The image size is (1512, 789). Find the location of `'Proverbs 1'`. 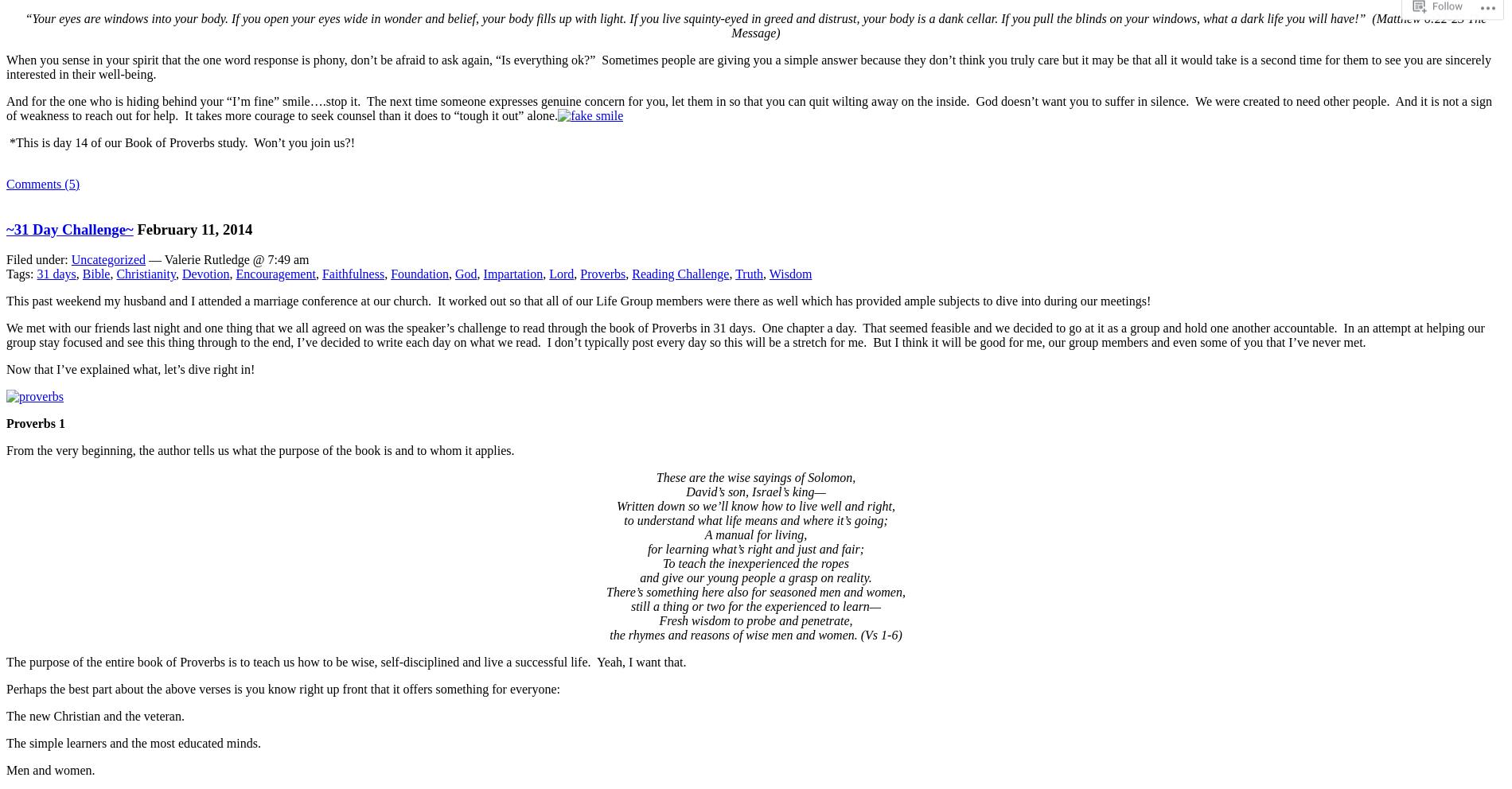

'Proverbs 1' is located at coordinates (35, 422).